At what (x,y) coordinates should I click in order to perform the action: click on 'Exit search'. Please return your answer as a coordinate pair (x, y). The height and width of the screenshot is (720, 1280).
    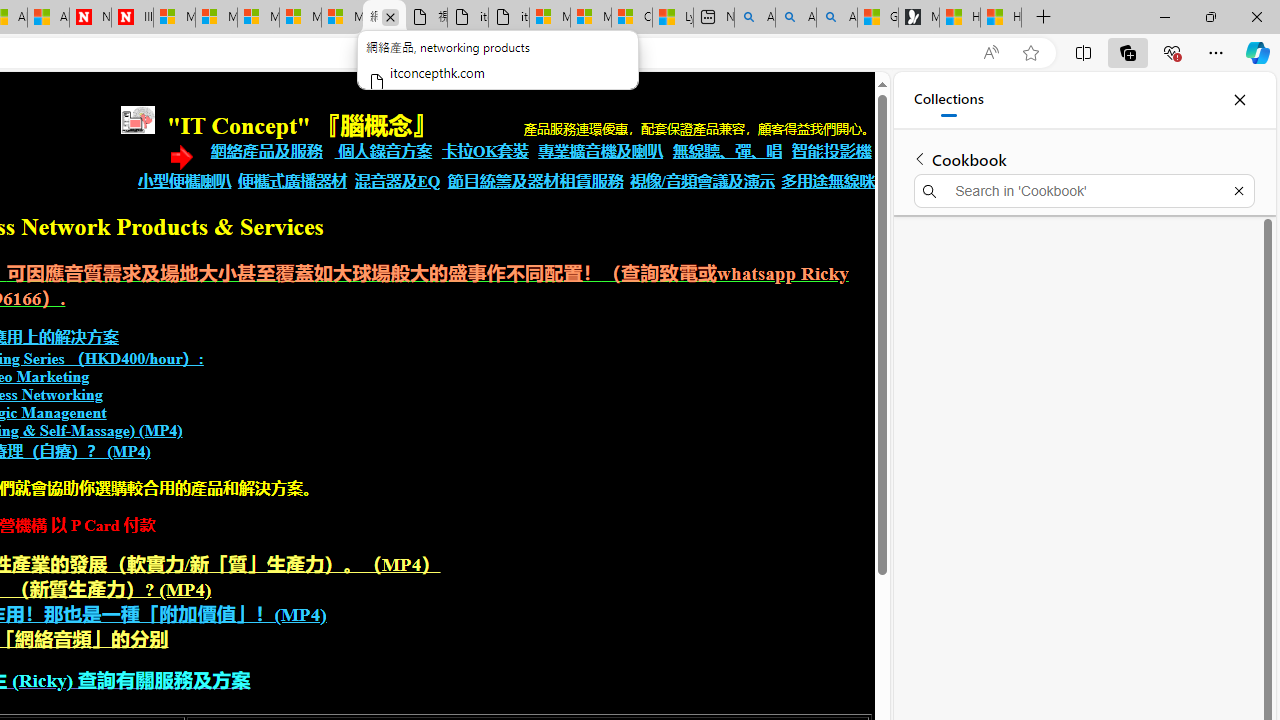
    Looking at the image, I should click on (1238, 191).